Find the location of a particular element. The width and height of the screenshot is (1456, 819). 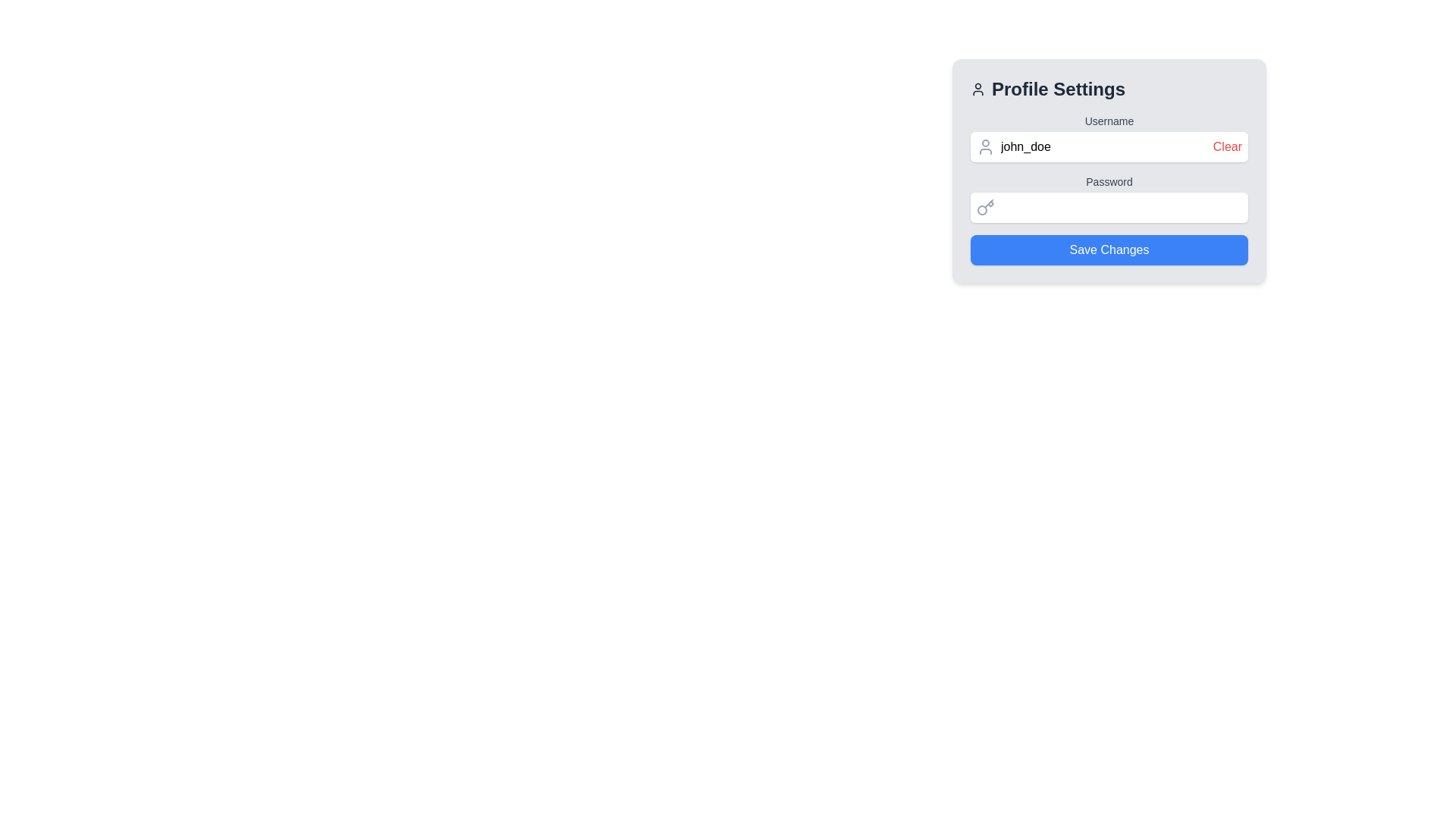

the 'Save Changes' button located at the bottom of the profile settings section is located at coordinates (1109, 249).